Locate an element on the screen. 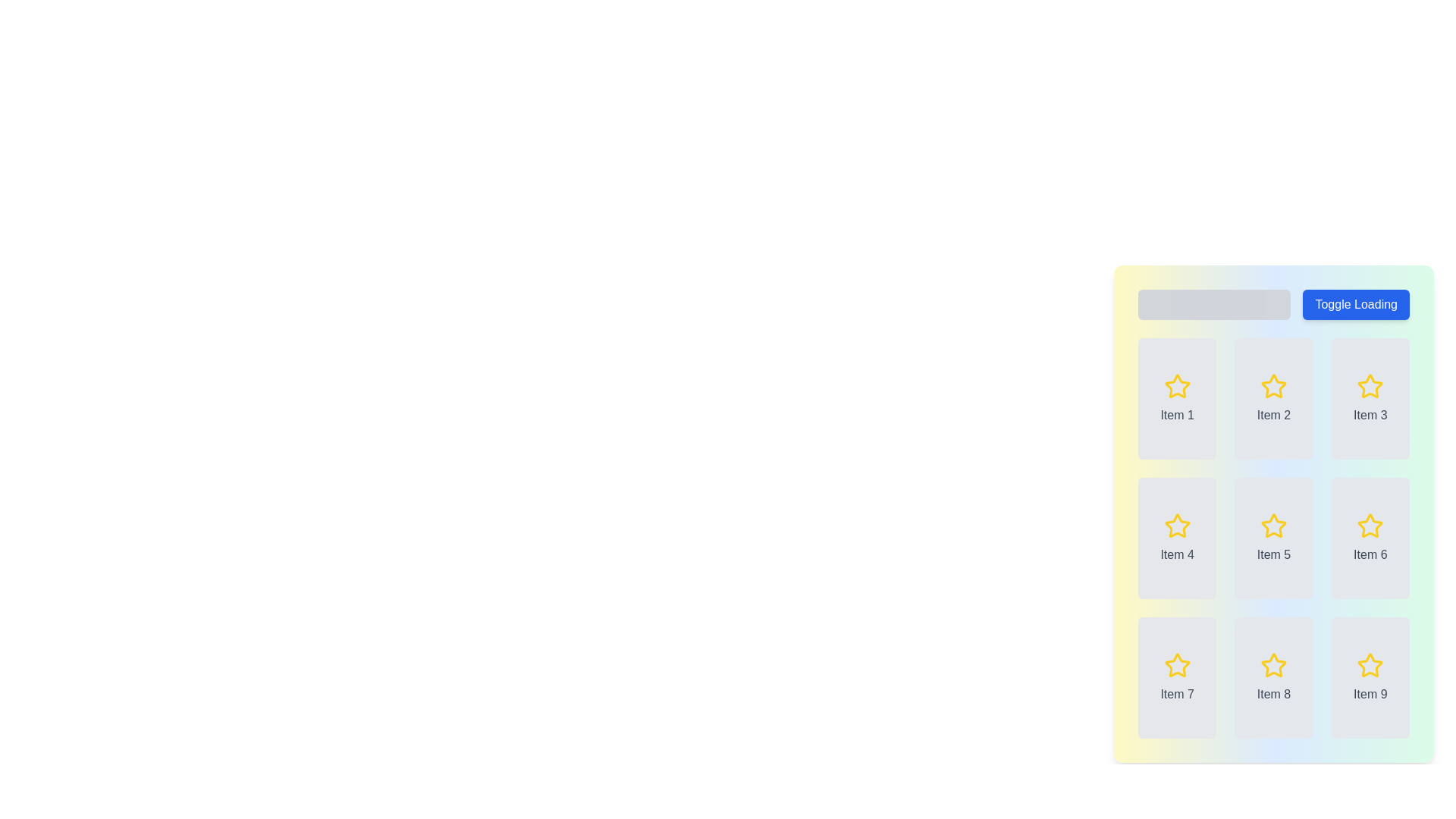 The image size is (1456, 819). the rating icon located in the second row and third column of the grid layout, which is directly above the label 'Item 6' is located at coordinates (1370, 526).